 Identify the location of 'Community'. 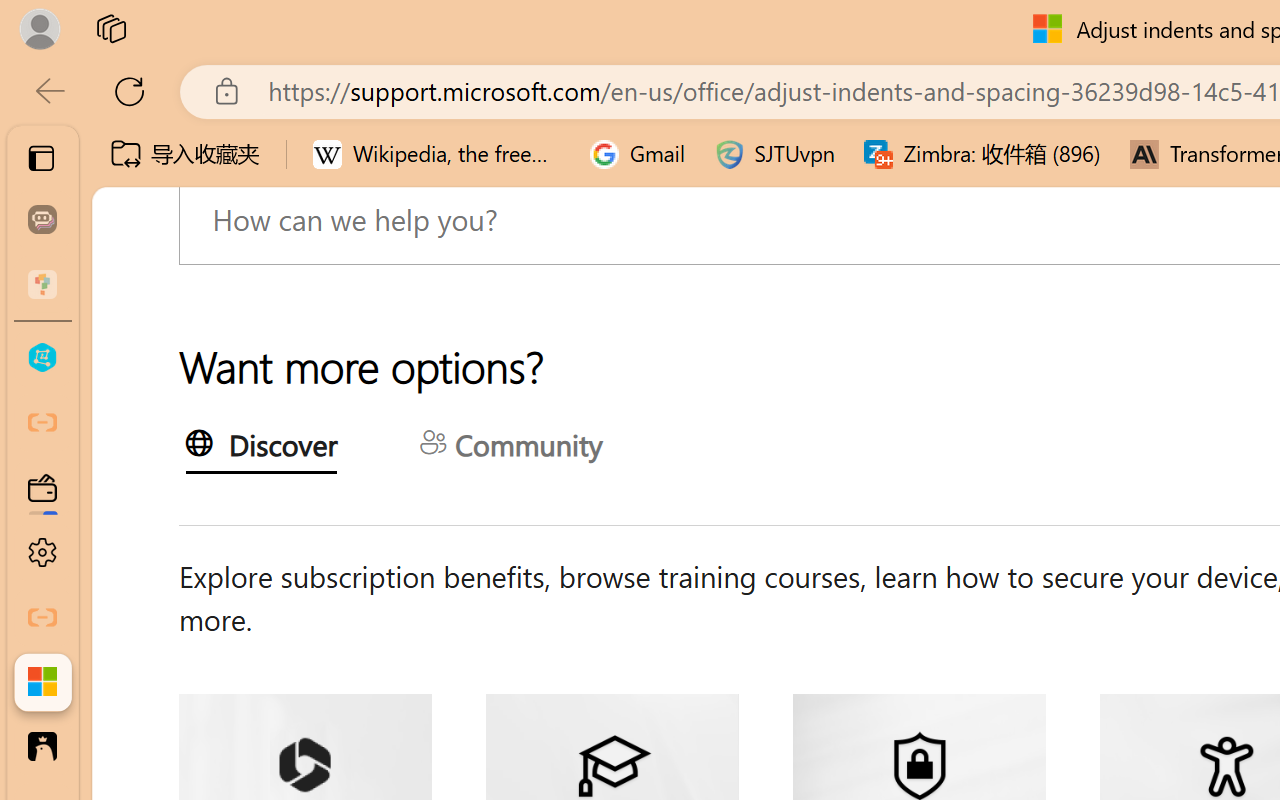
(510, 446).